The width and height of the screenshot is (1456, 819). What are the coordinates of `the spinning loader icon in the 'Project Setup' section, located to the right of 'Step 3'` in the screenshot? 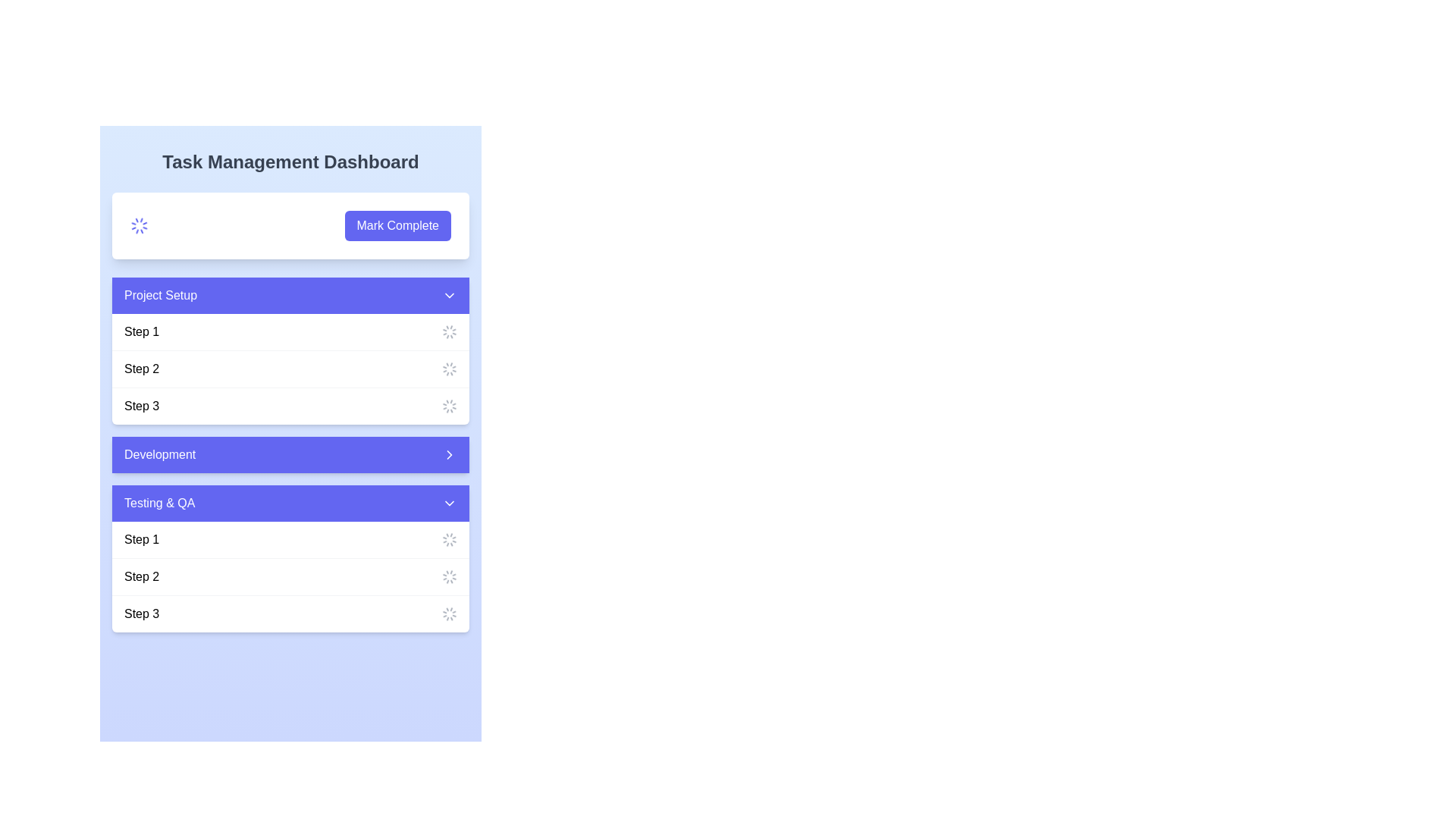 It's located at (449, 614).